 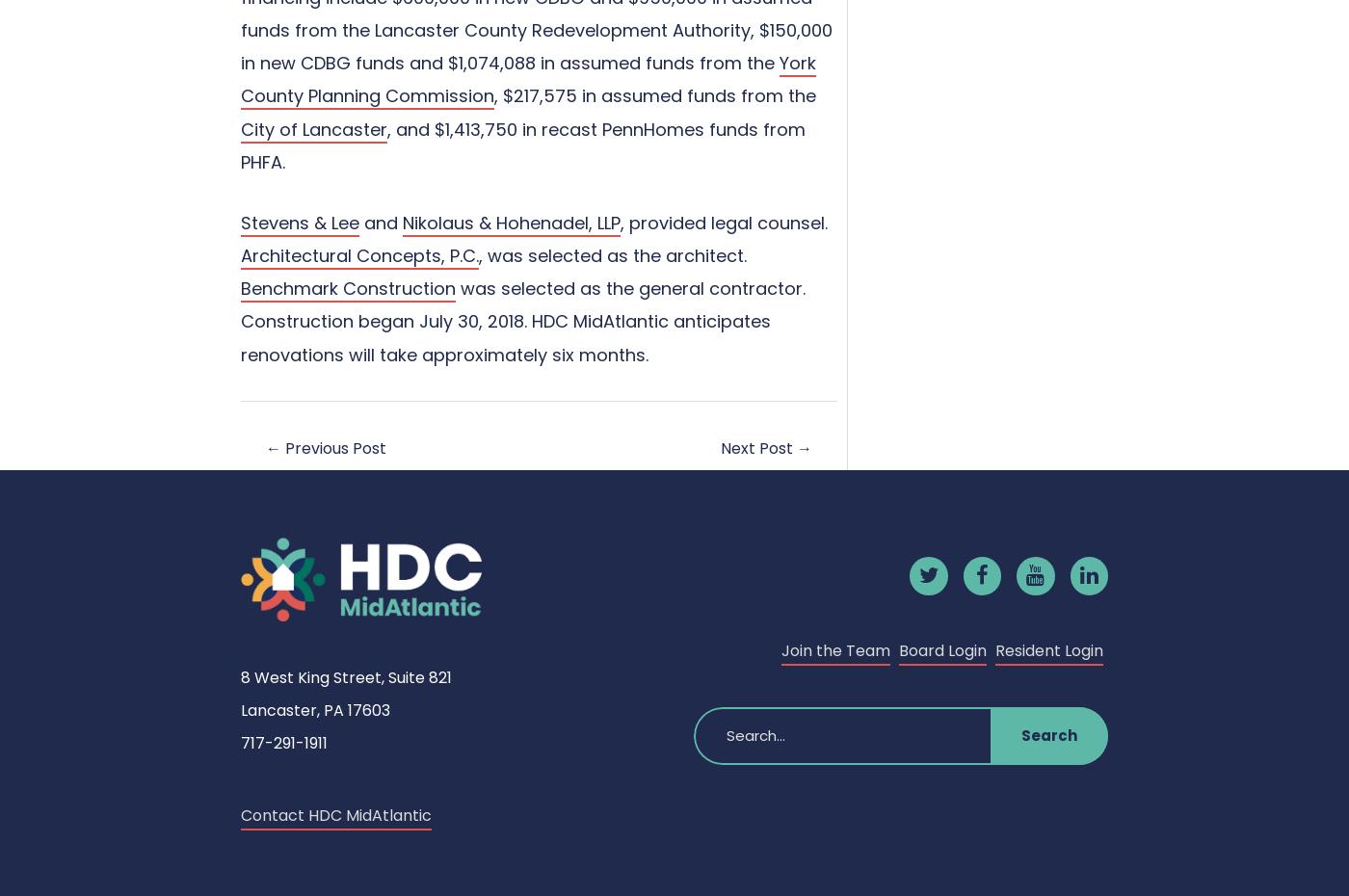 I want to click on ', and $1,413,750 in recast PennHomes funds from PHFA.', so click(x=523, y=145).